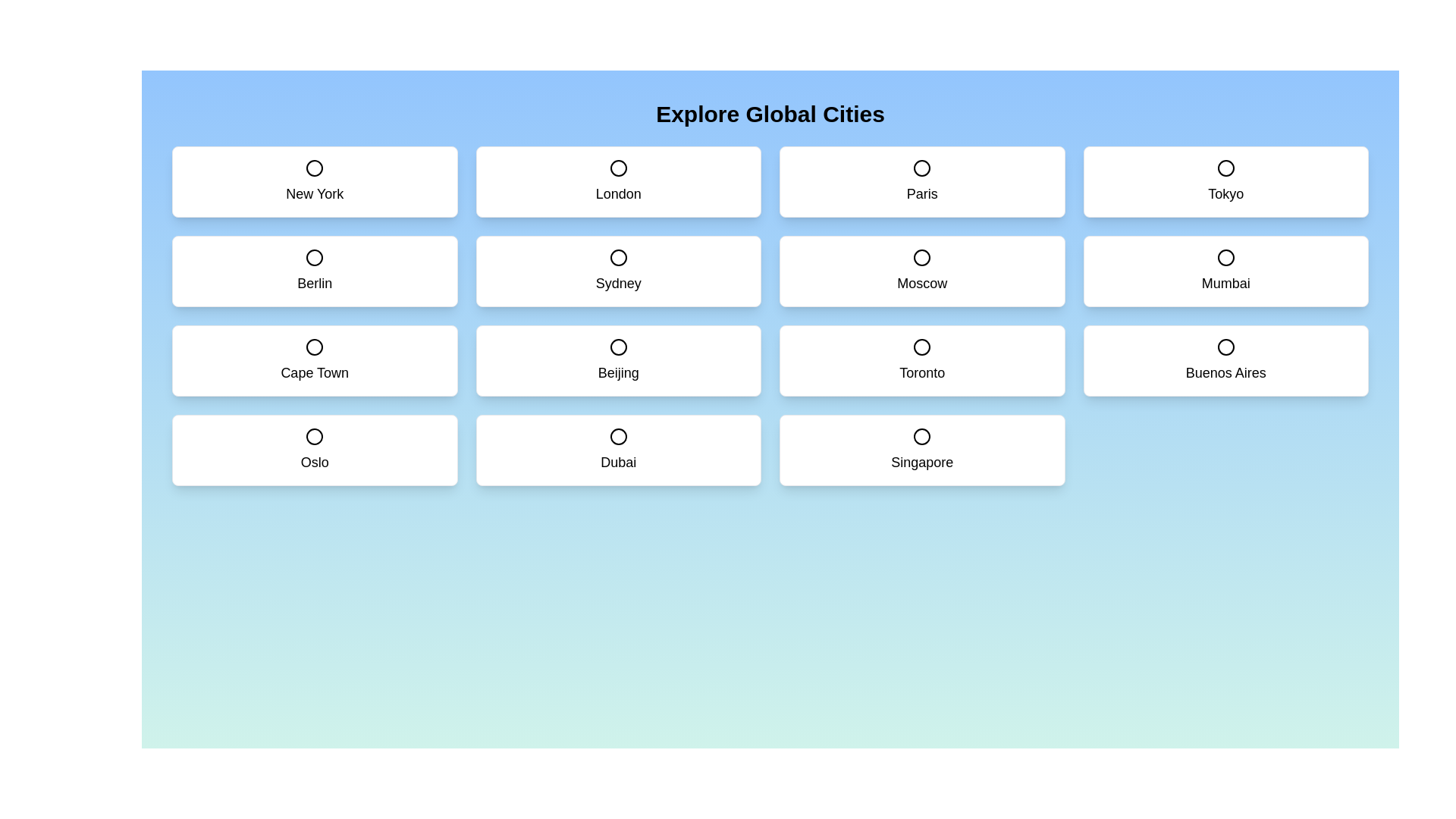  I want to click on the city card labeled Sydney to toggle its selection state, so click(618, 271).